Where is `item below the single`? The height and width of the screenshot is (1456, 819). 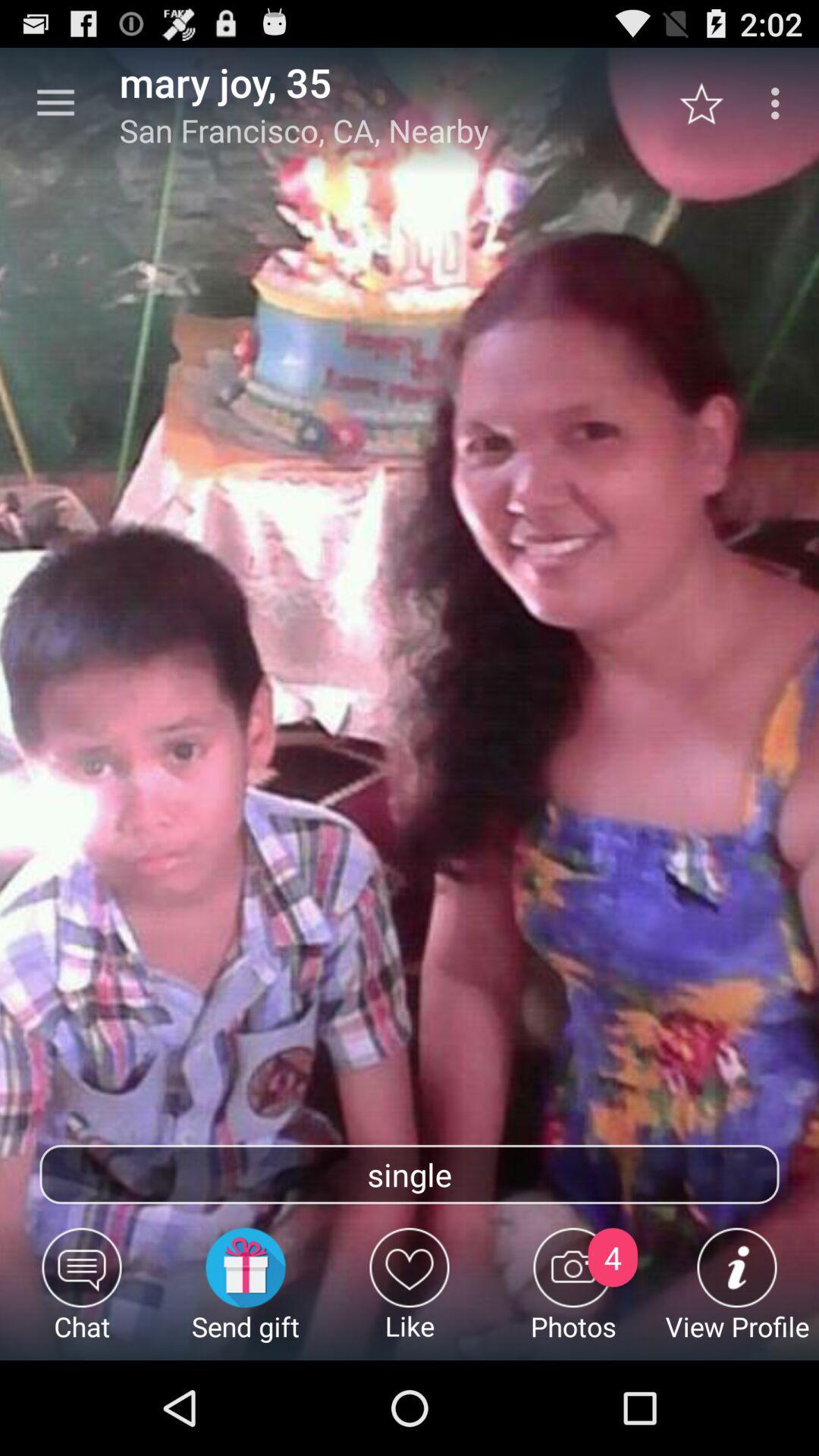
item below the single is located at coordinates (245, 1293).